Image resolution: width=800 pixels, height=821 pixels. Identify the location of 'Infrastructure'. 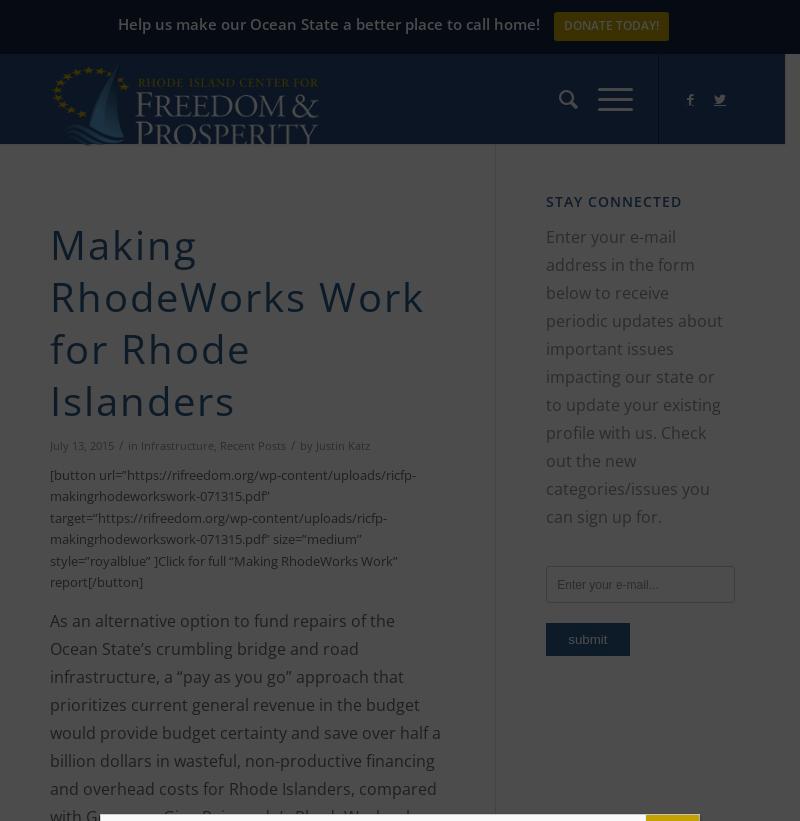
(176, 444).